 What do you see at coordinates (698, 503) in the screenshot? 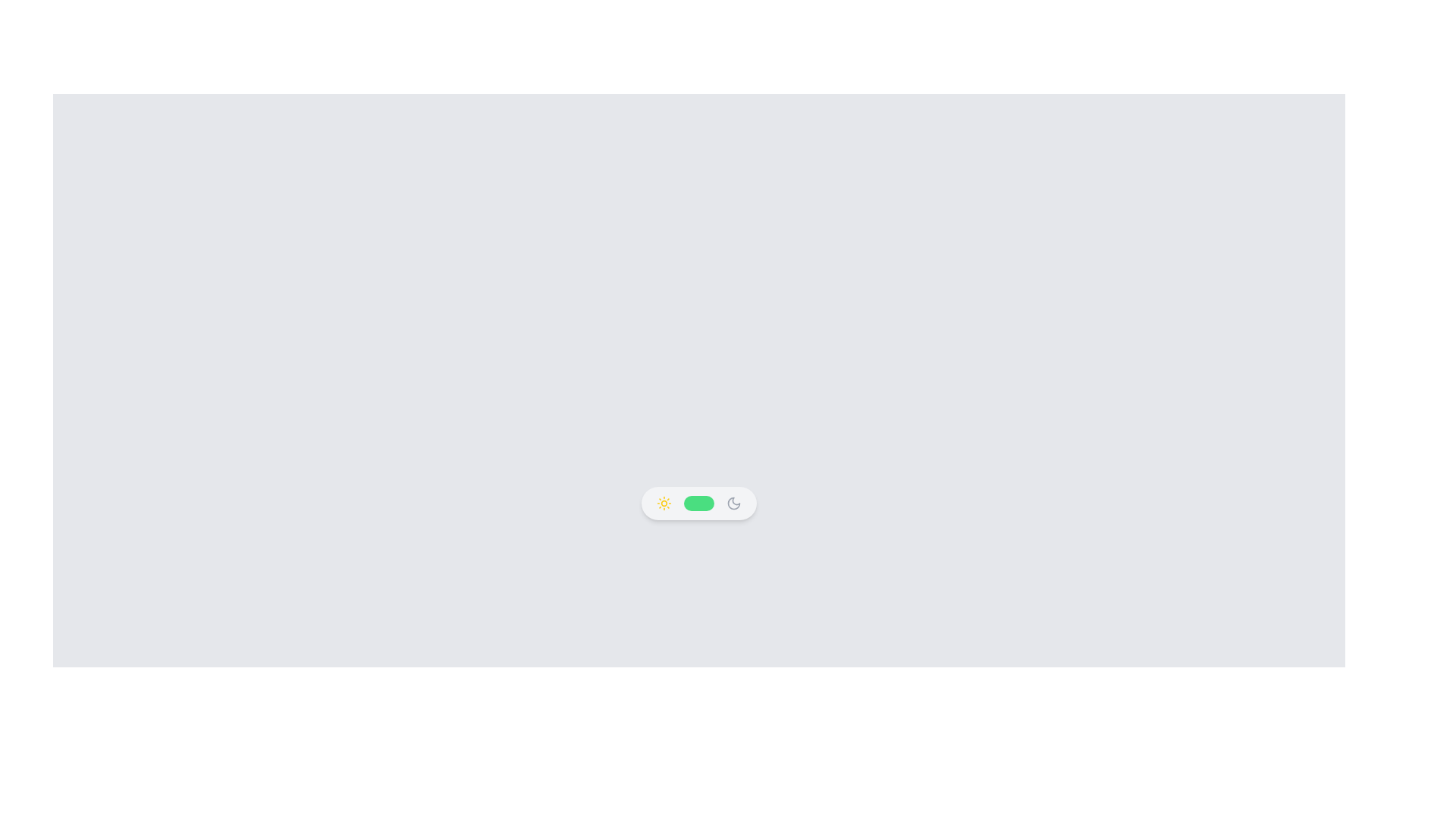
I see `the white circular knob of the pill-shaped toggle switch with a green background` at bounding box center [698, 503].